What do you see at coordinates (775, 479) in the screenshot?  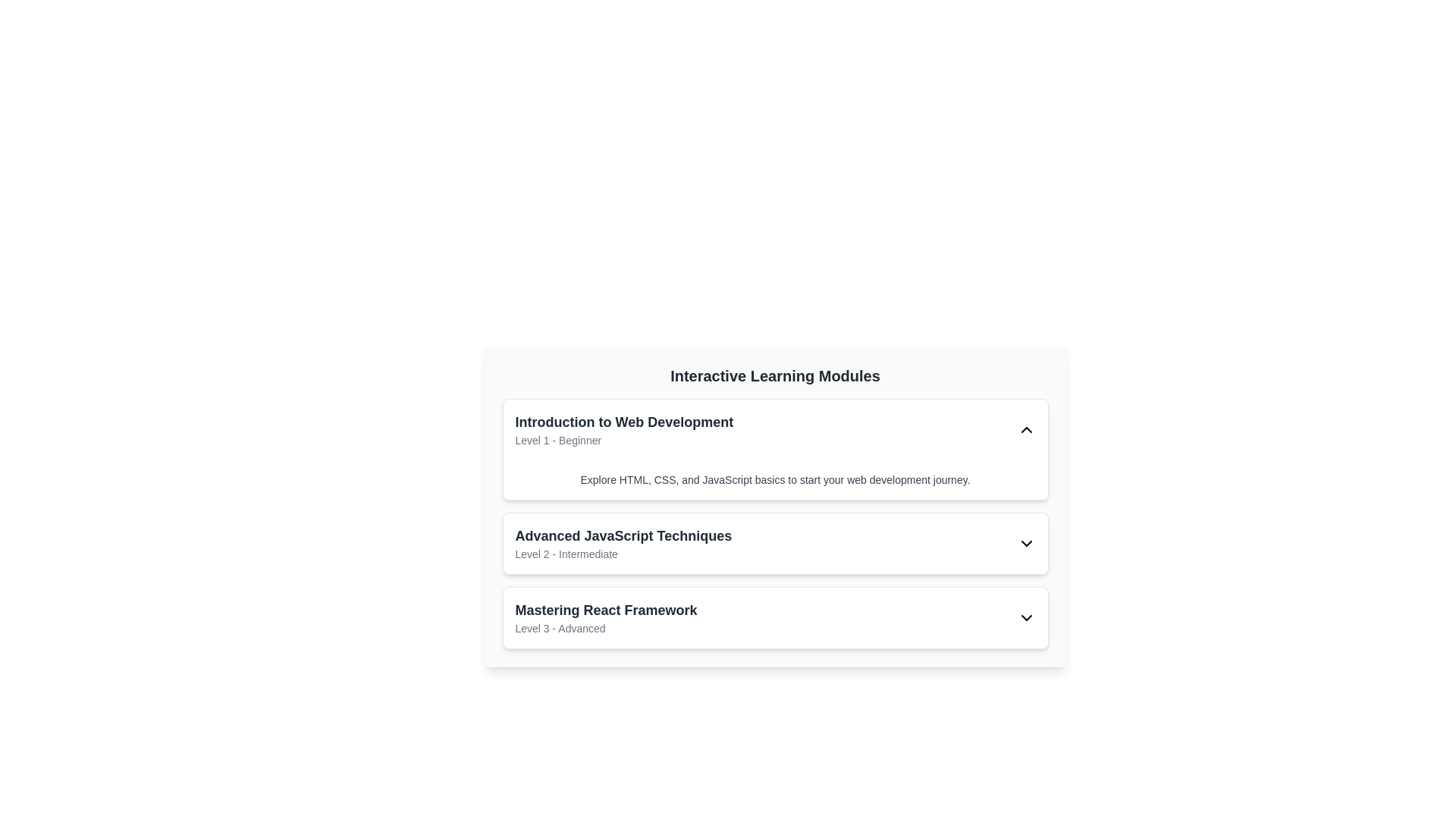 I see `descriptive text snippet styled in a smaller, light gray font that is centered below the title 'Introduction to Web Development.'` at bounding box center [775, 479].